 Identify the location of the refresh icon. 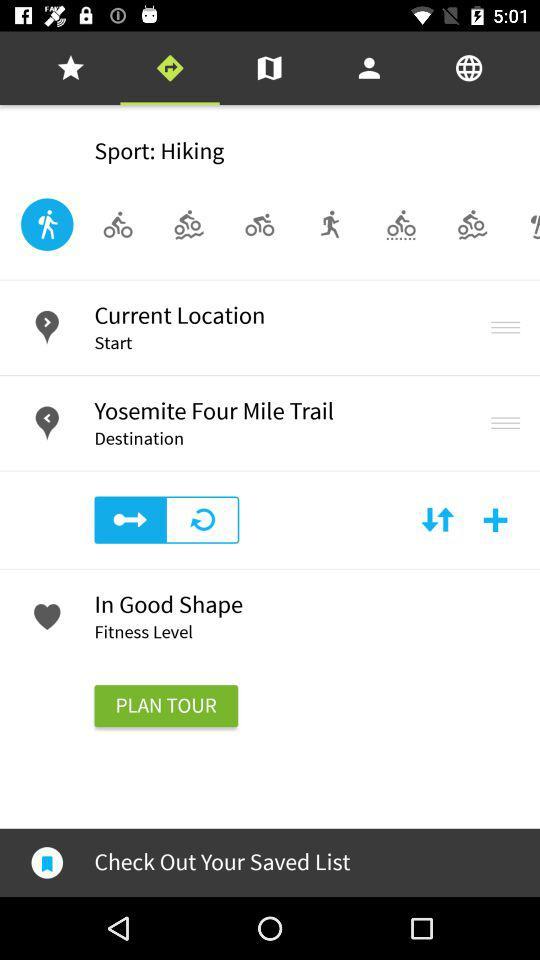
(202, 519).